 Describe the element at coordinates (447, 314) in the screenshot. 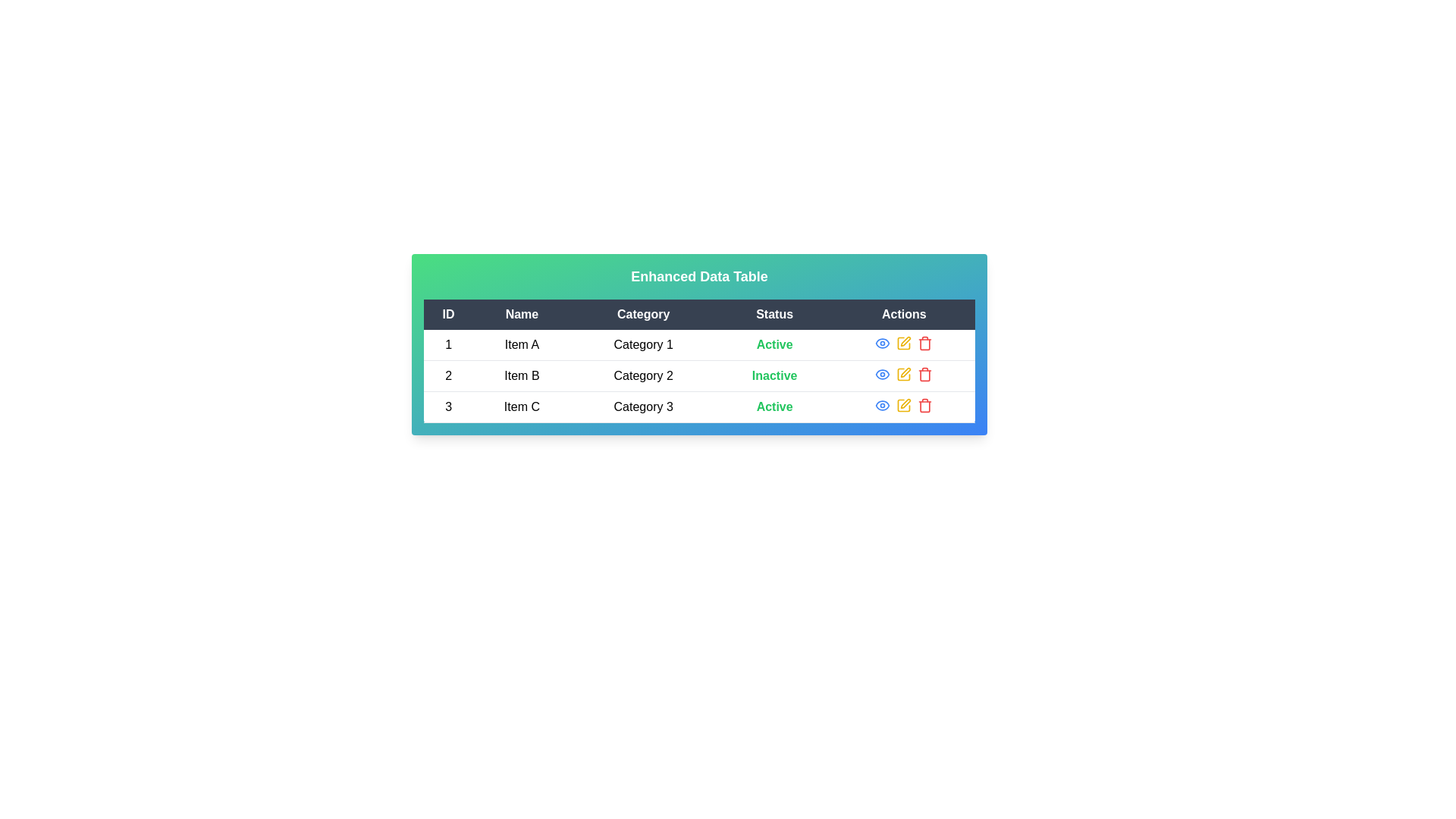

I see `the column header 'ID' to sort the rows by that column` at that location.